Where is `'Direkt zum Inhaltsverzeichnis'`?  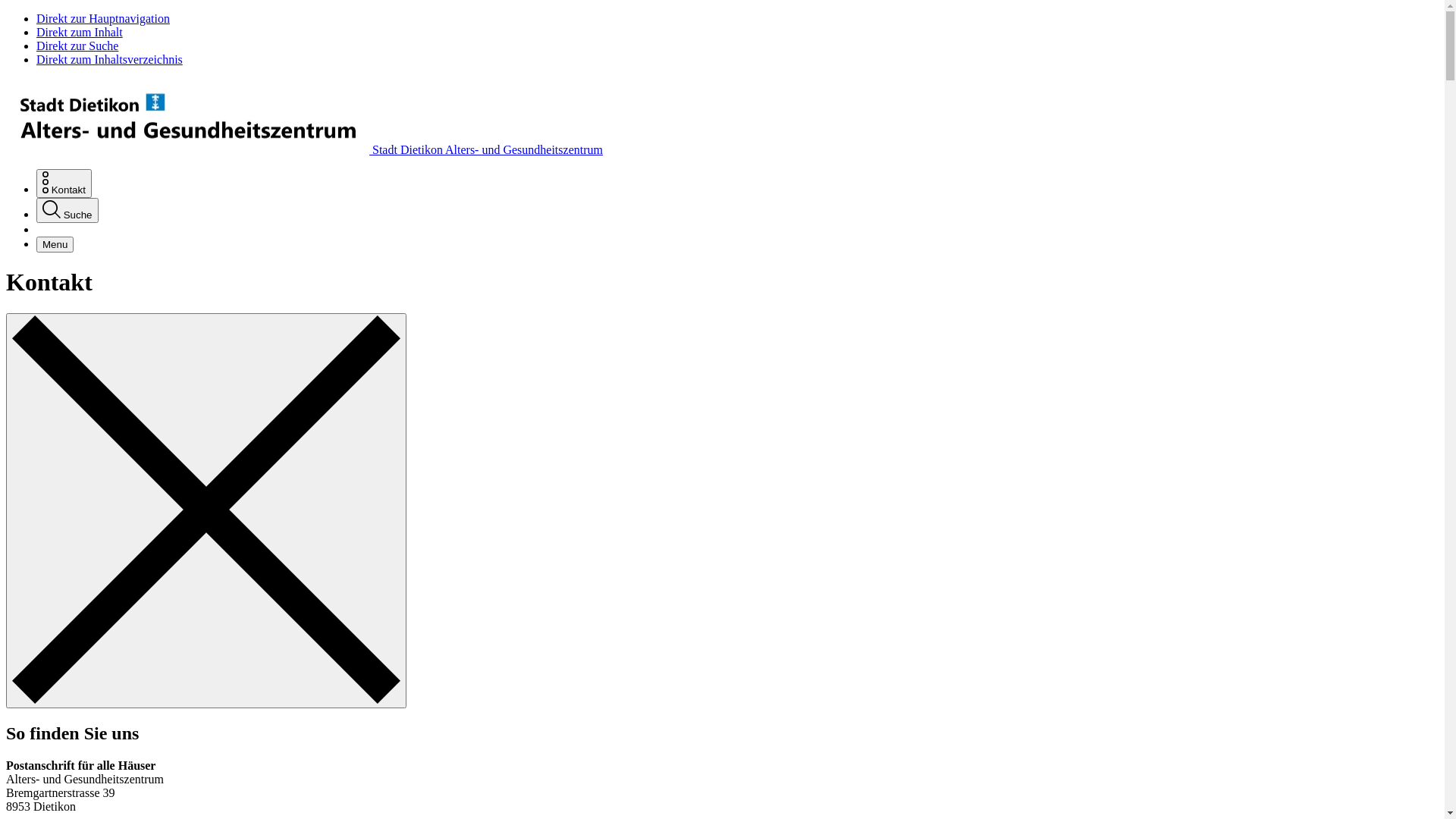
'Direkt zum Inhaltsverzeichnis' is located at coordinates (108, 58).